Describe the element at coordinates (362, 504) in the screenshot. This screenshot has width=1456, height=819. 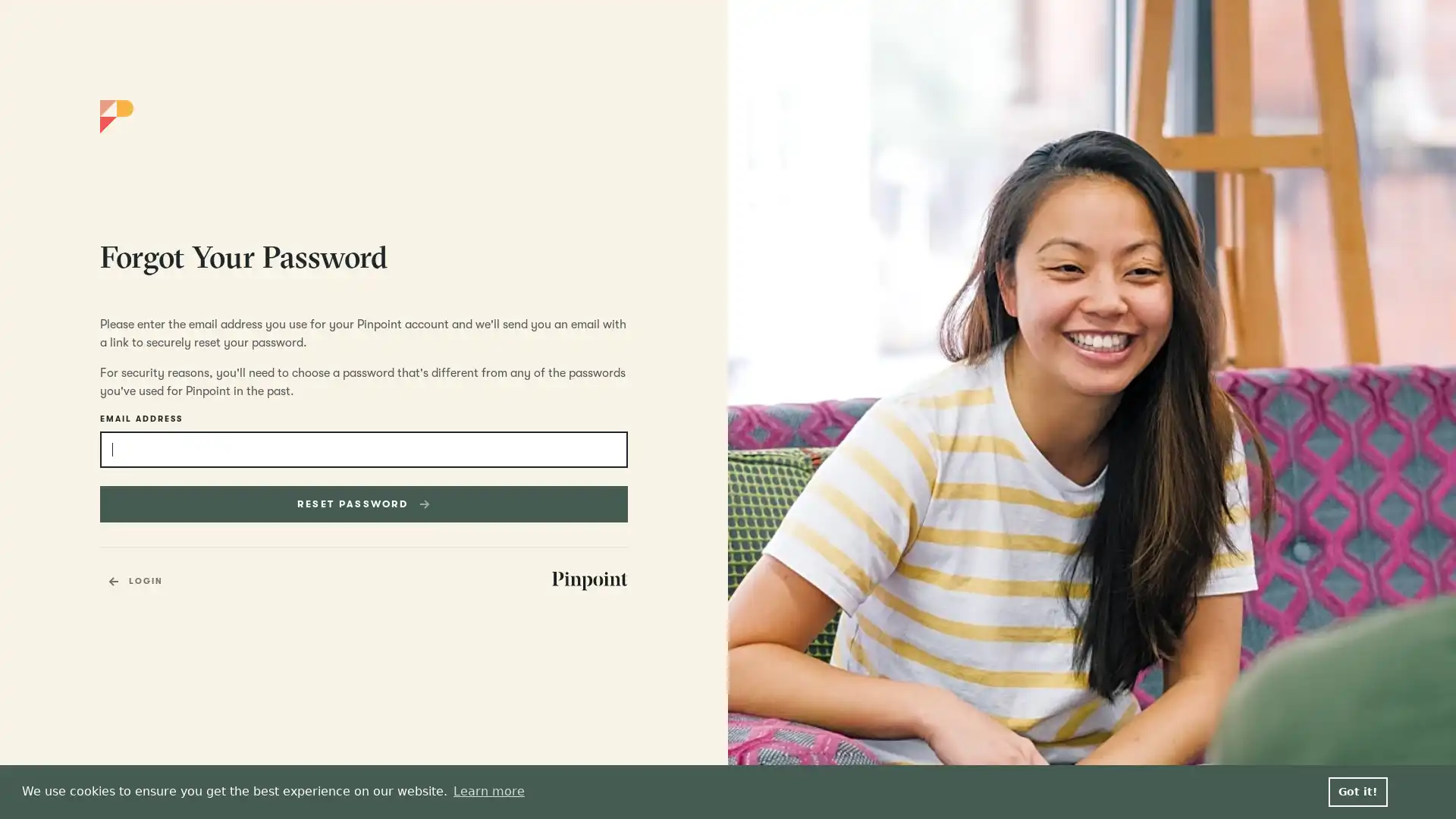
I see `RESET PASSWORD` at that location.